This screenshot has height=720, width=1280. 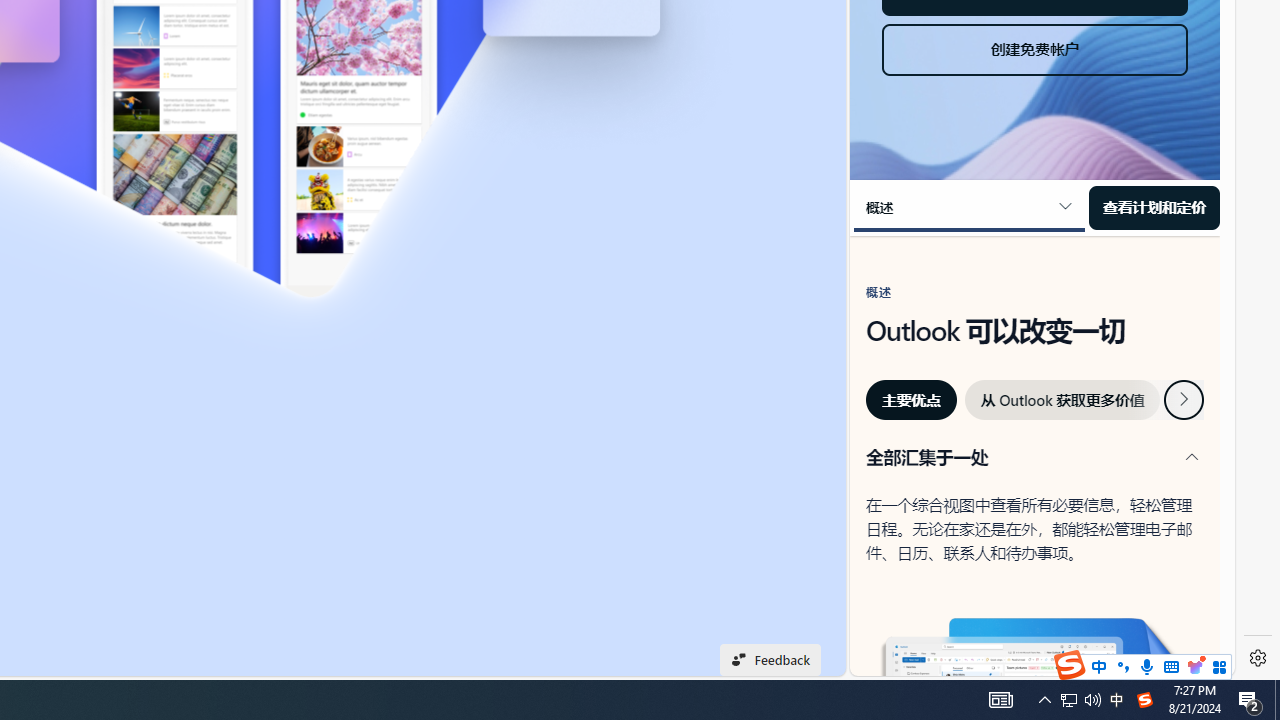 What do you see at coordinates (1257, 658) in the screenshot?
I see `'Settings'` at bounding box center [1257, 658].